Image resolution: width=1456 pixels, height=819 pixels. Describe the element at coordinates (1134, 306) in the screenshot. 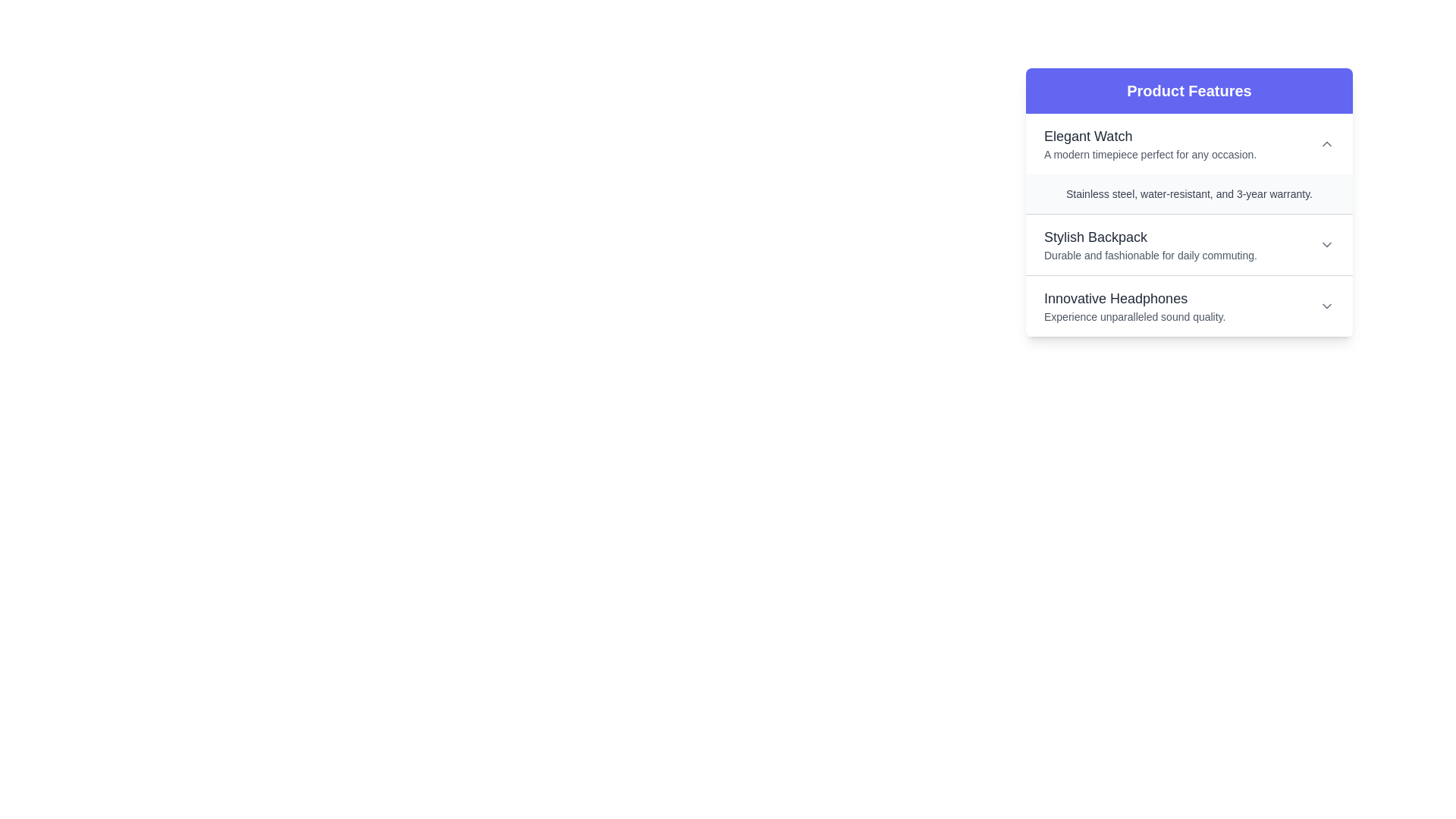

I see `the 'Innovative Headphones' text display component that provides key features of the product, located in the 'Product Features' section` at that location.